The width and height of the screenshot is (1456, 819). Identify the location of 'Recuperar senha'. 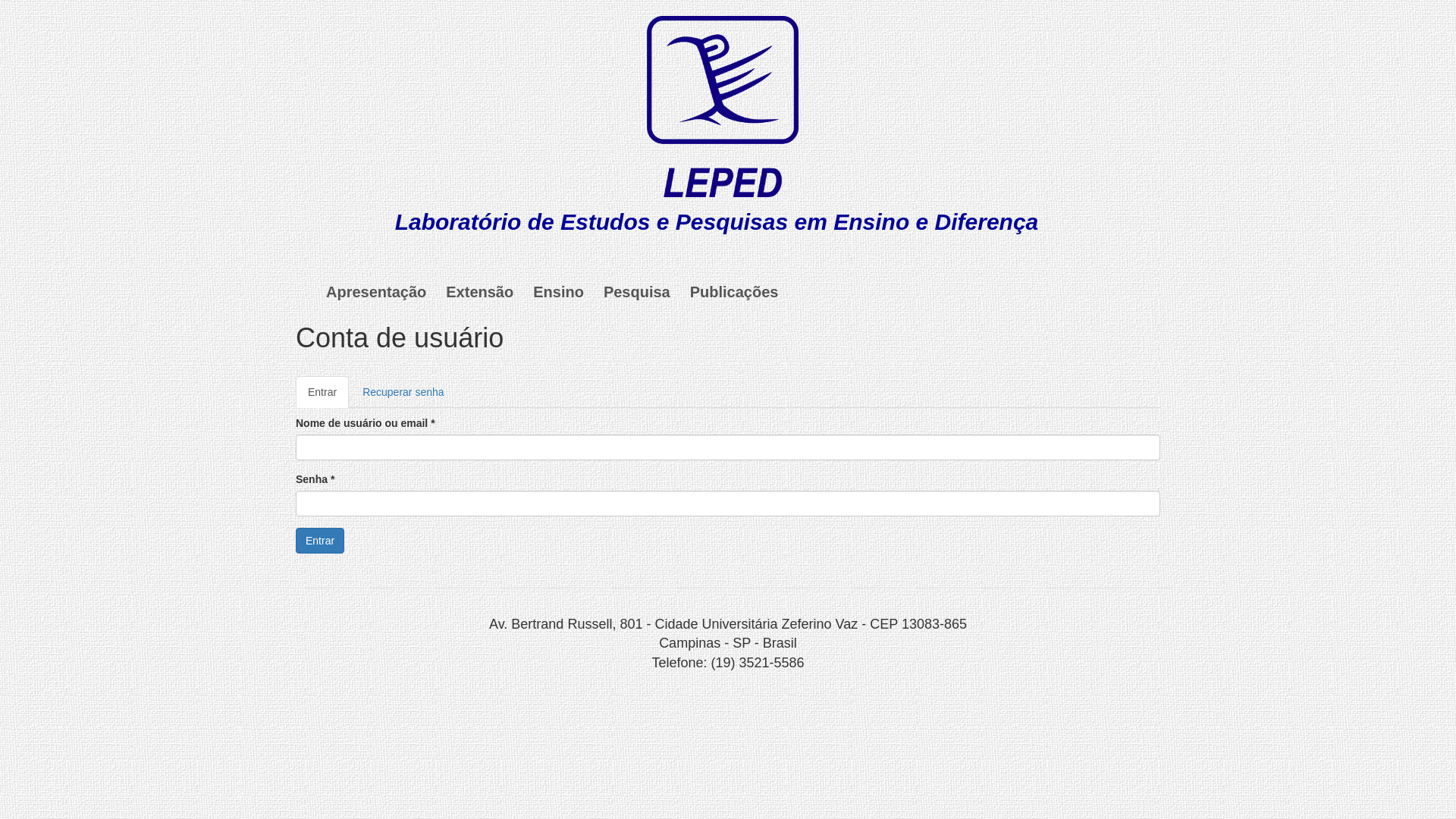
(403, 391).